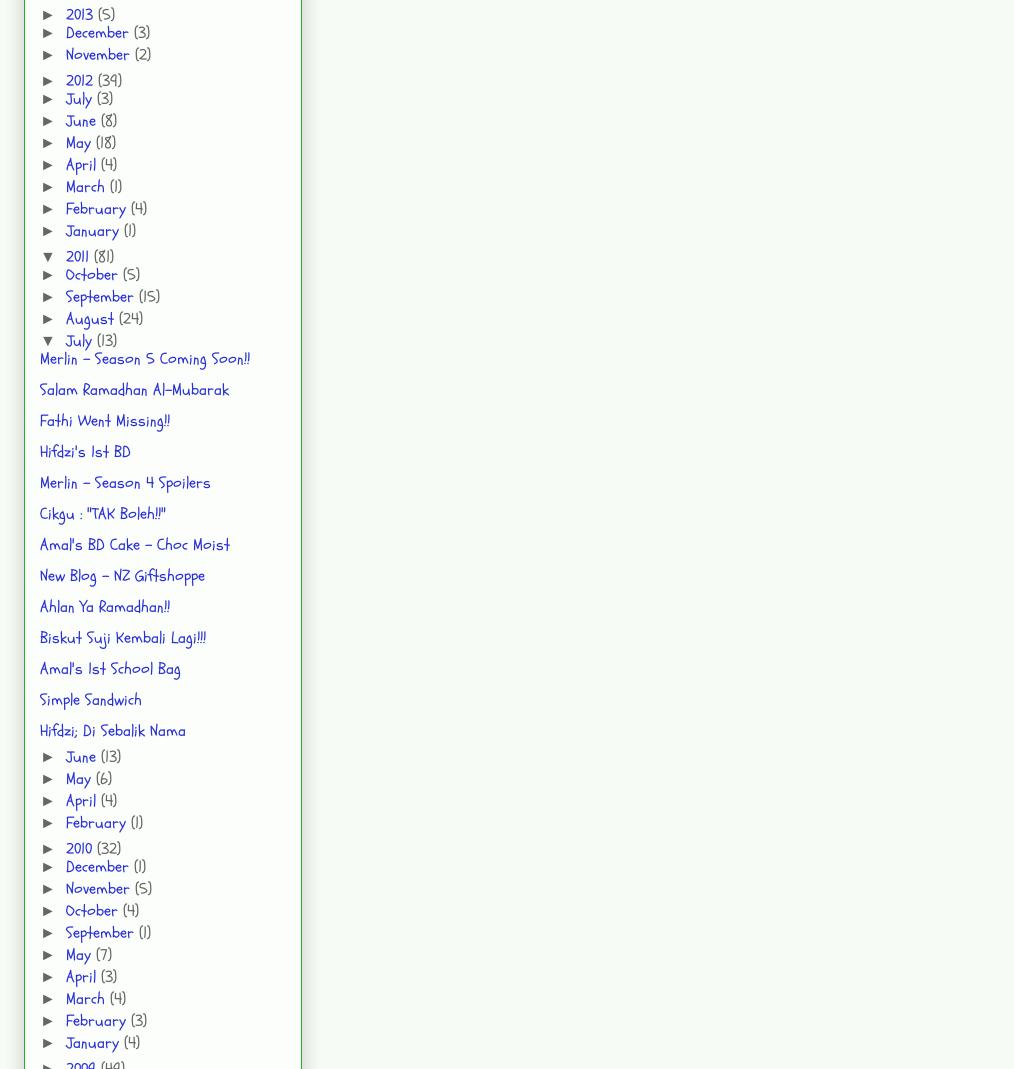 The width and height of the screenshot is (1014, 1069). I want to click on 'Biskut Suji Kembali Lagi!!!', so click(122, 637).